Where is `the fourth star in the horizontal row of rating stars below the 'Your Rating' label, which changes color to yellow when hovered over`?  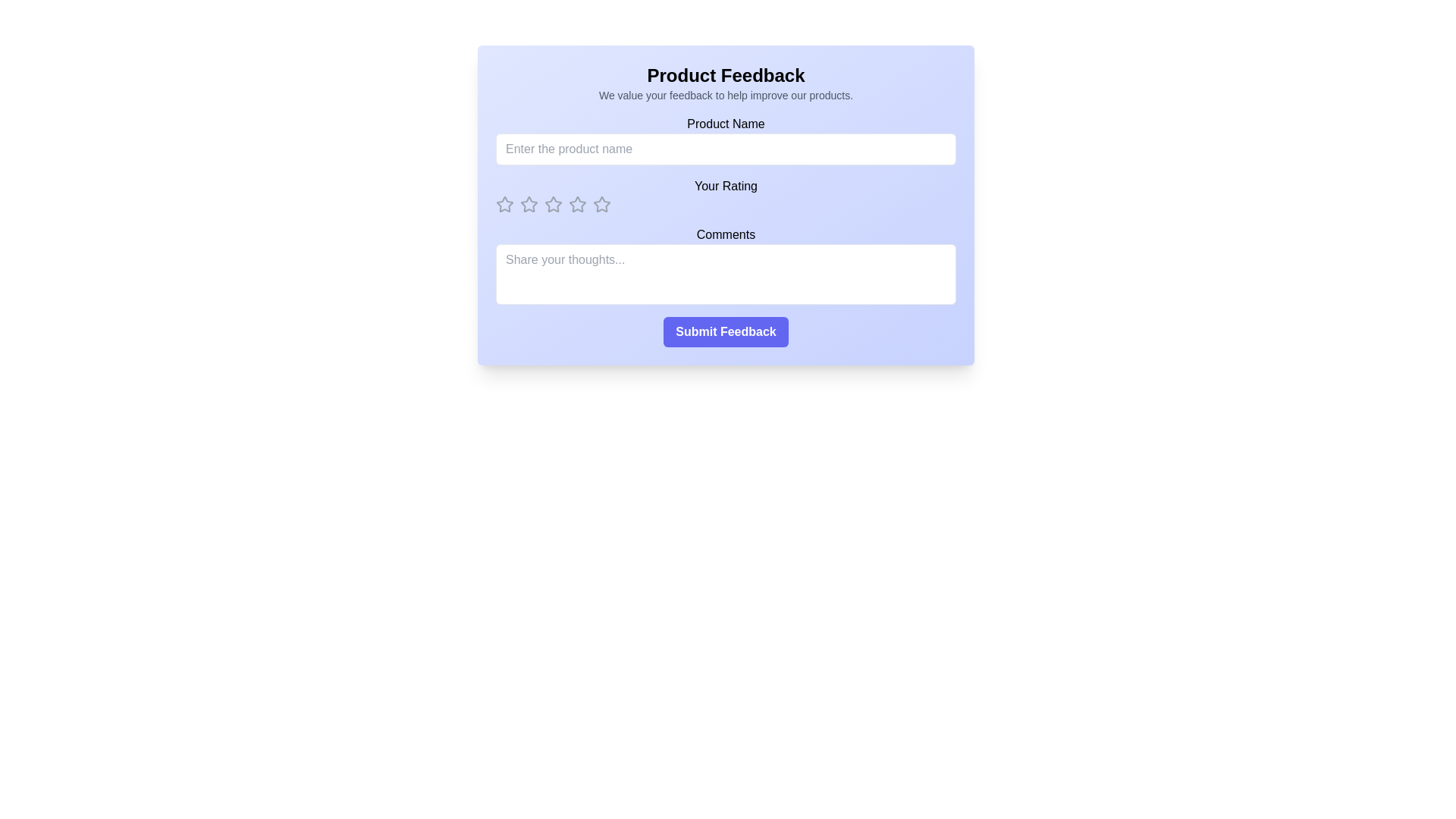
the fourth star in the horizontal row of rating stars below the 'Your Rating' label, which changes color to yellow when hovered over is located at coordinates (552, 205).